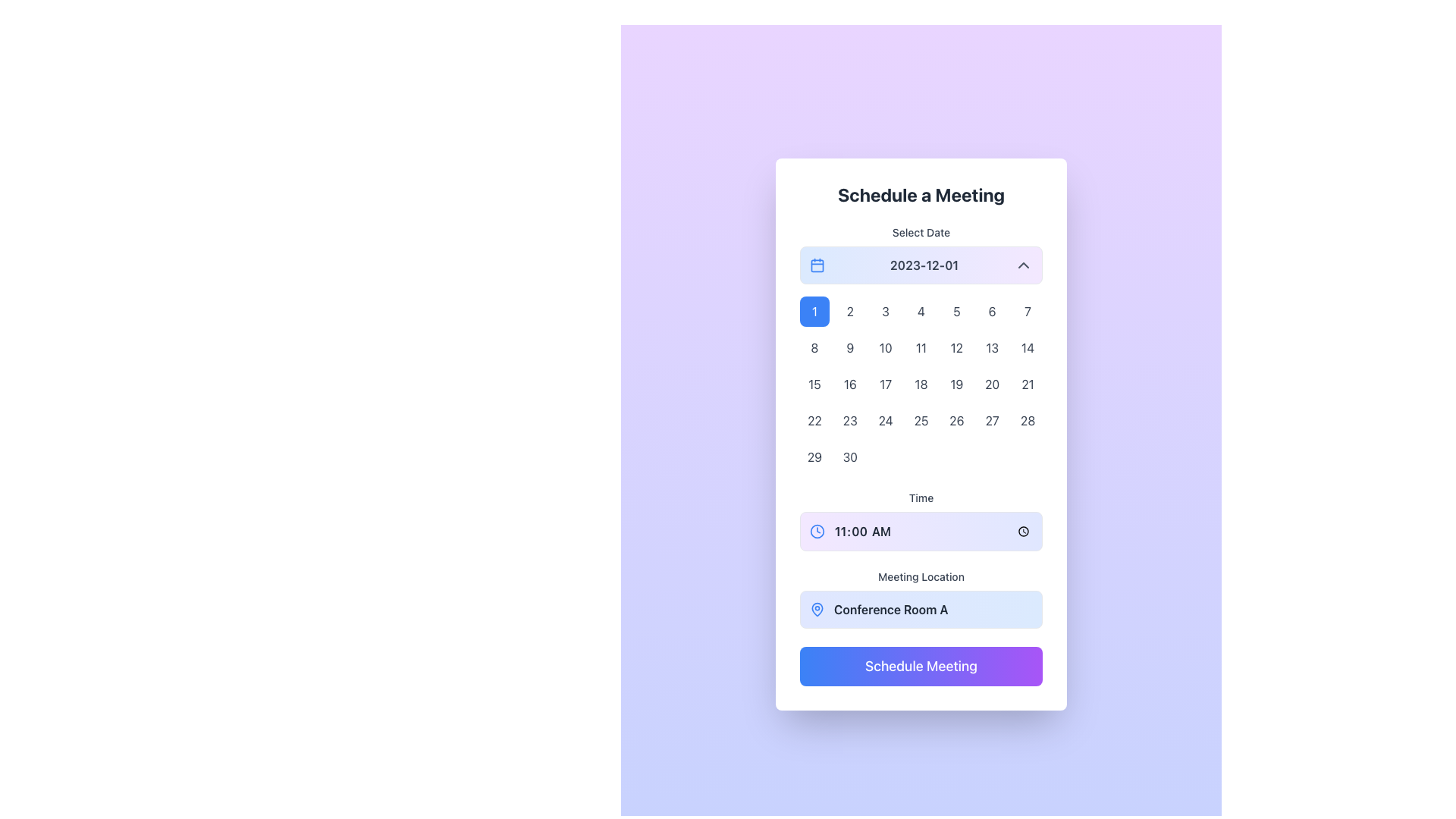 This screenshot has width=1456, height=819. Describe the element at coordinates (814, 383) in the screenshot. I see `the selectable day button for the 15th of the month in the calendar interface to interact with it` at that location.